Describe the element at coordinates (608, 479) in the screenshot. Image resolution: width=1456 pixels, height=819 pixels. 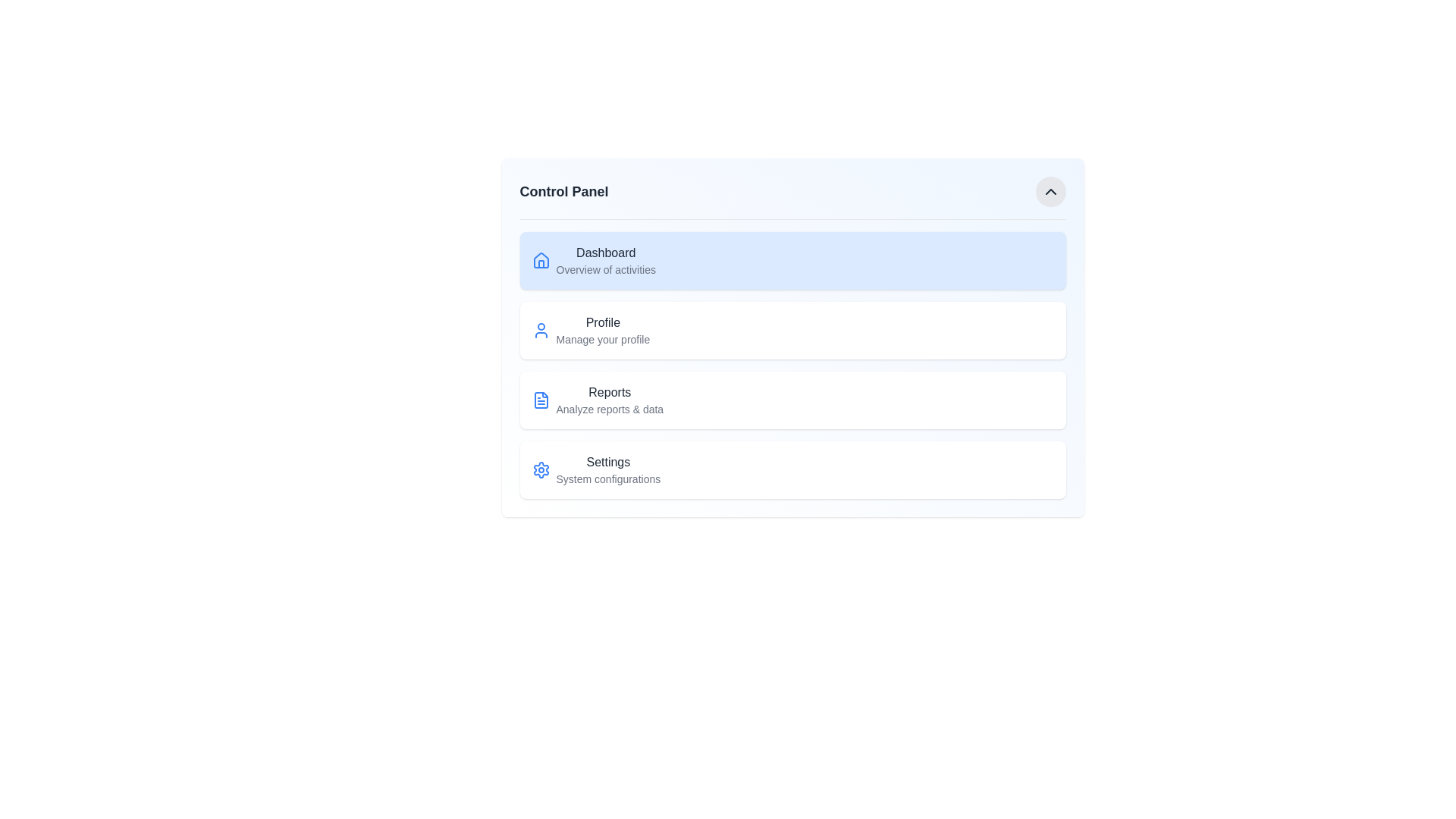
I see `the text label reading 'System configurations' which is styled in gray and located below the 'Settings' heading` at that location.